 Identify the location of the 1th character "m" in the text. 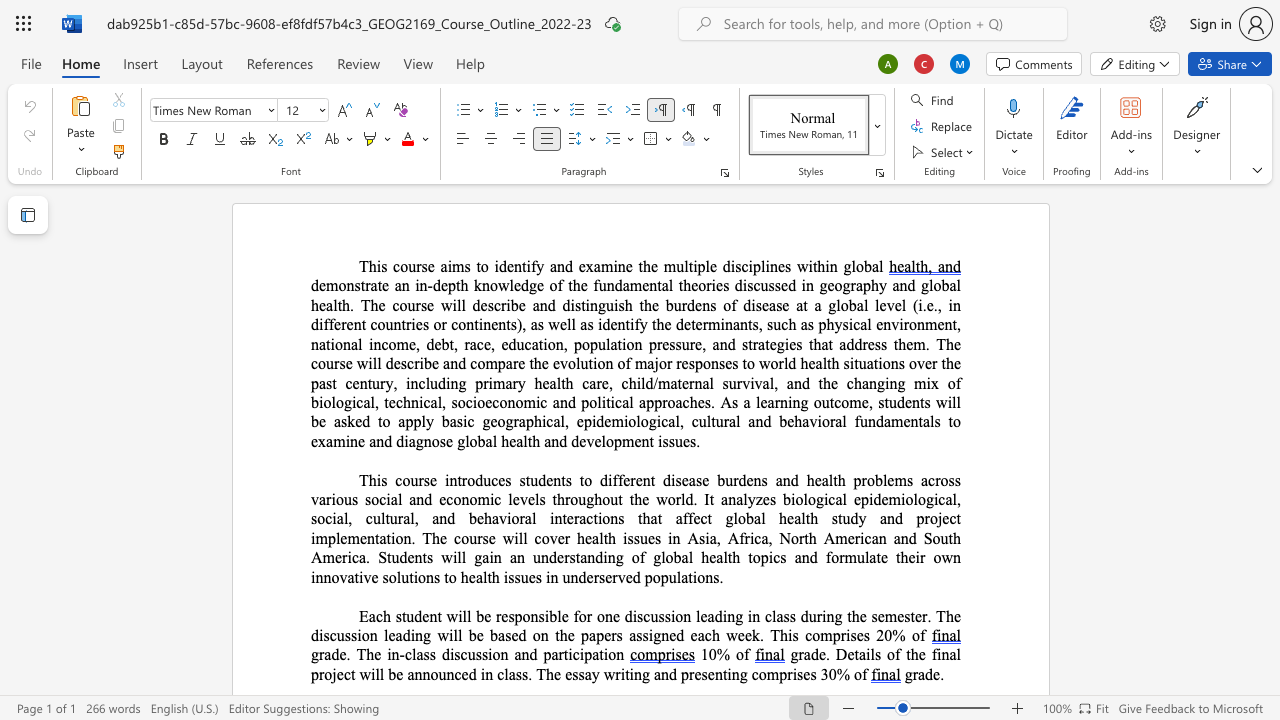
(529, 402).